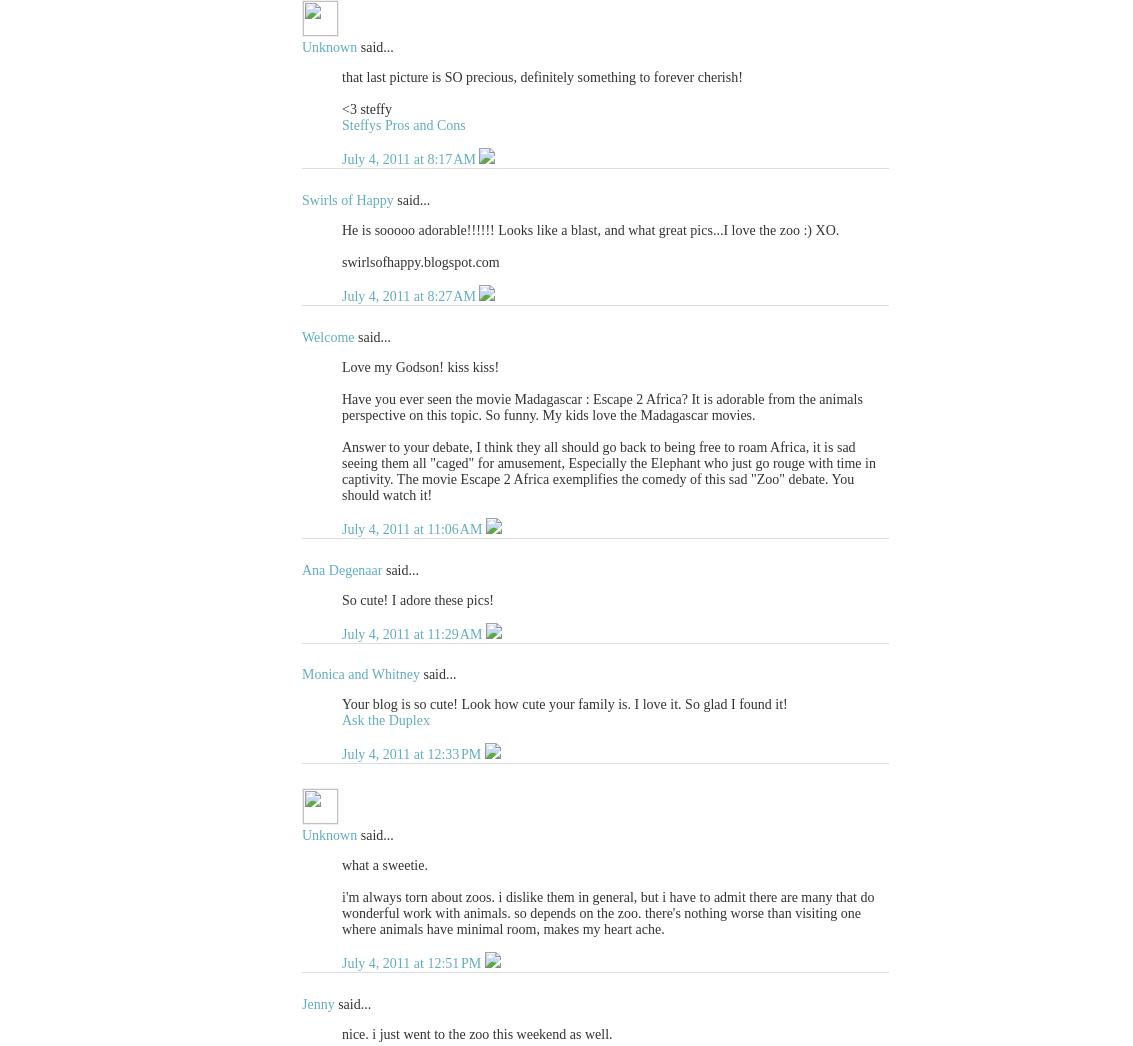 The width and height of the screenshot is (1133, 1046). Describe the element at coordinates (410, 159) in the screenshot. I see `'July 4, 2011 at 8:17 AM'` at that location.